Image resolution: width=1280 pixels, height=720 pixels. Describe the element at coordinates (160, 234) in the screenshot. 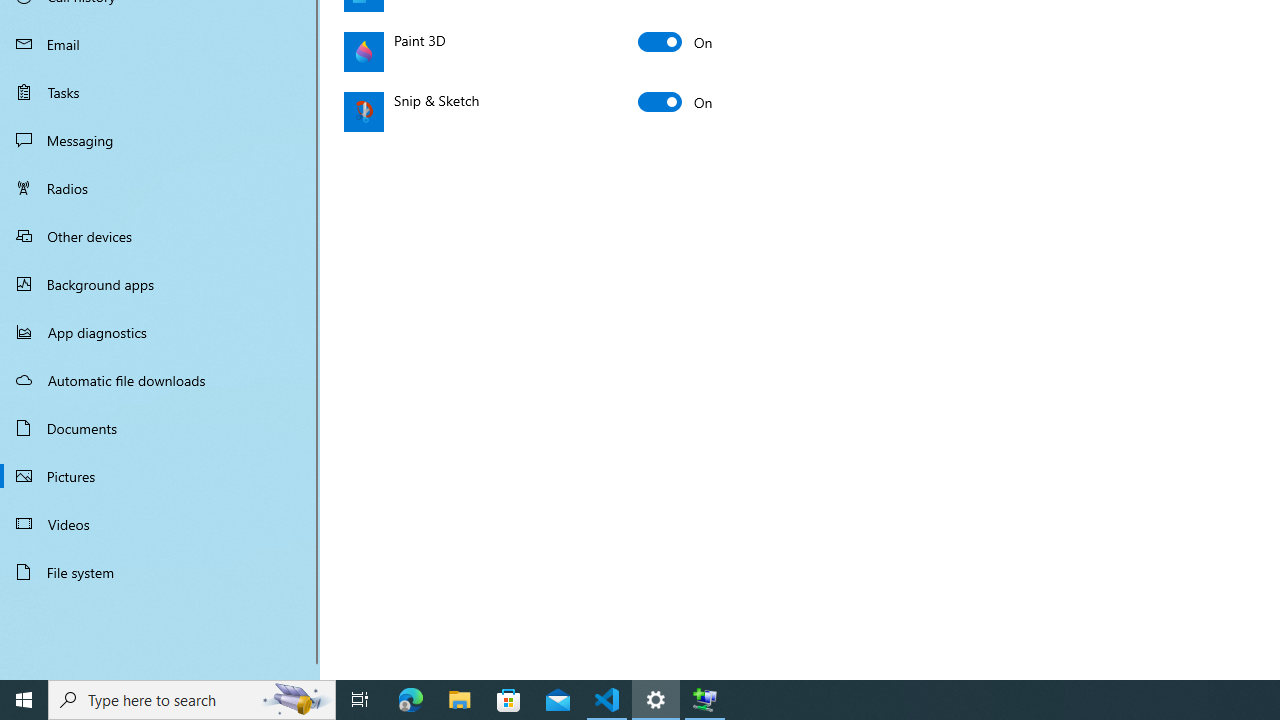

I see `'Other devices'` at that location.